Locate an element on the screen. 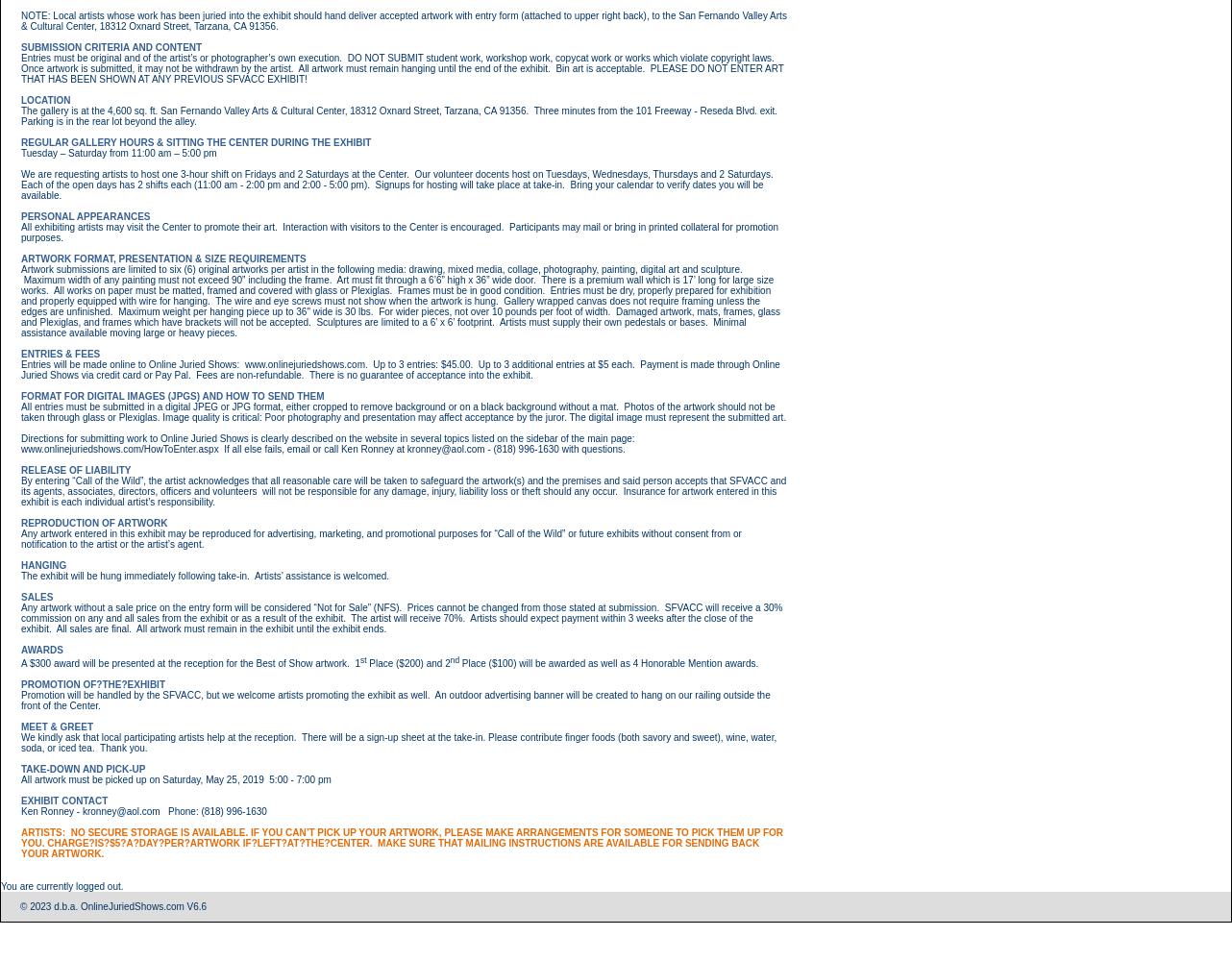 Image resolution: width=1232 pixels, height=961 pixels. 'The exhibit will be hung immediately following take-in.' is located at coordinates (21, 574).